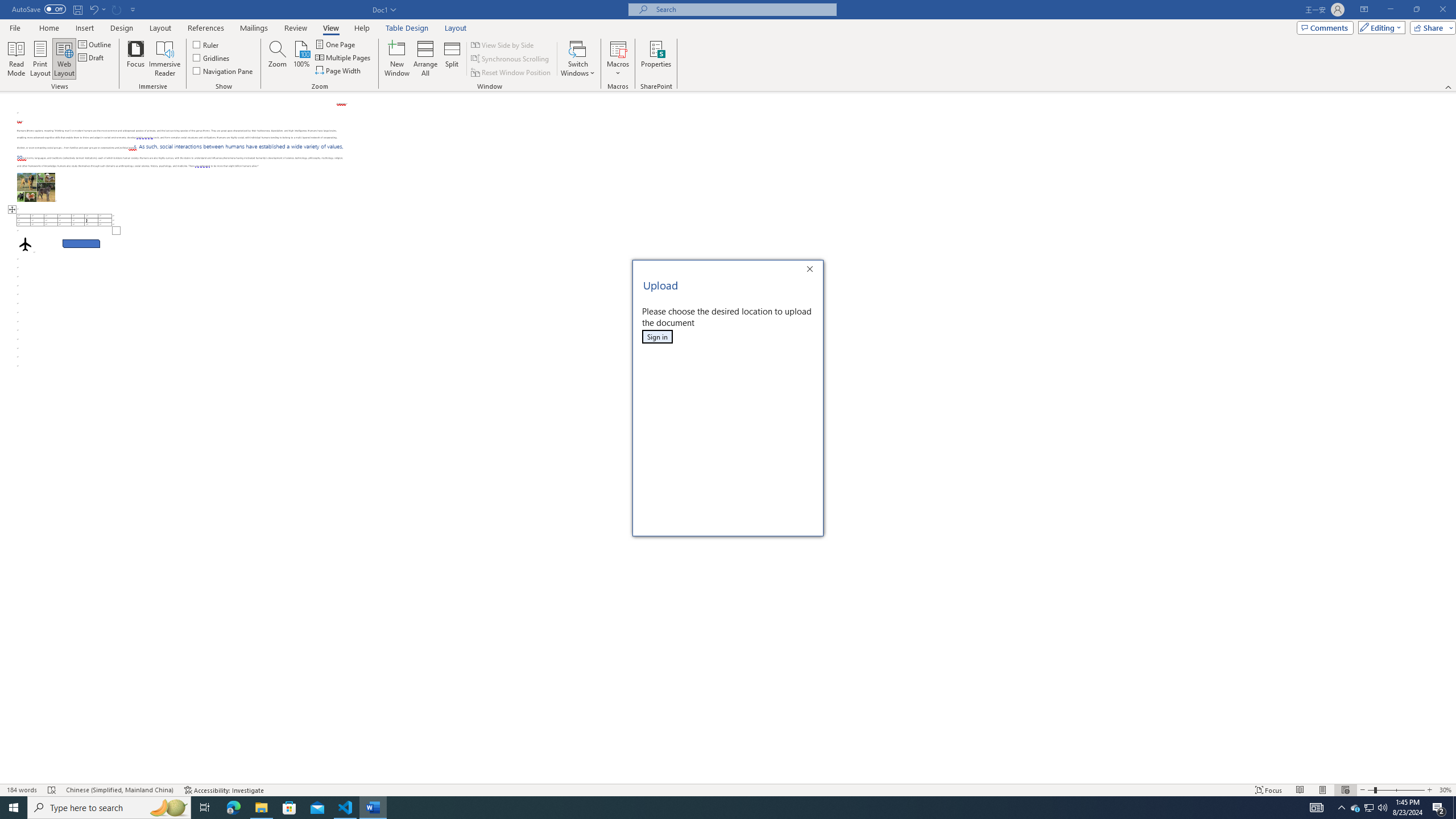 The height and width of the screenshot is (819, 1456). What do you see at coordinates (1449, 87) in the screenshot?
I see `'Collapse the Ribbon'` at bounding box center [1449, 87].